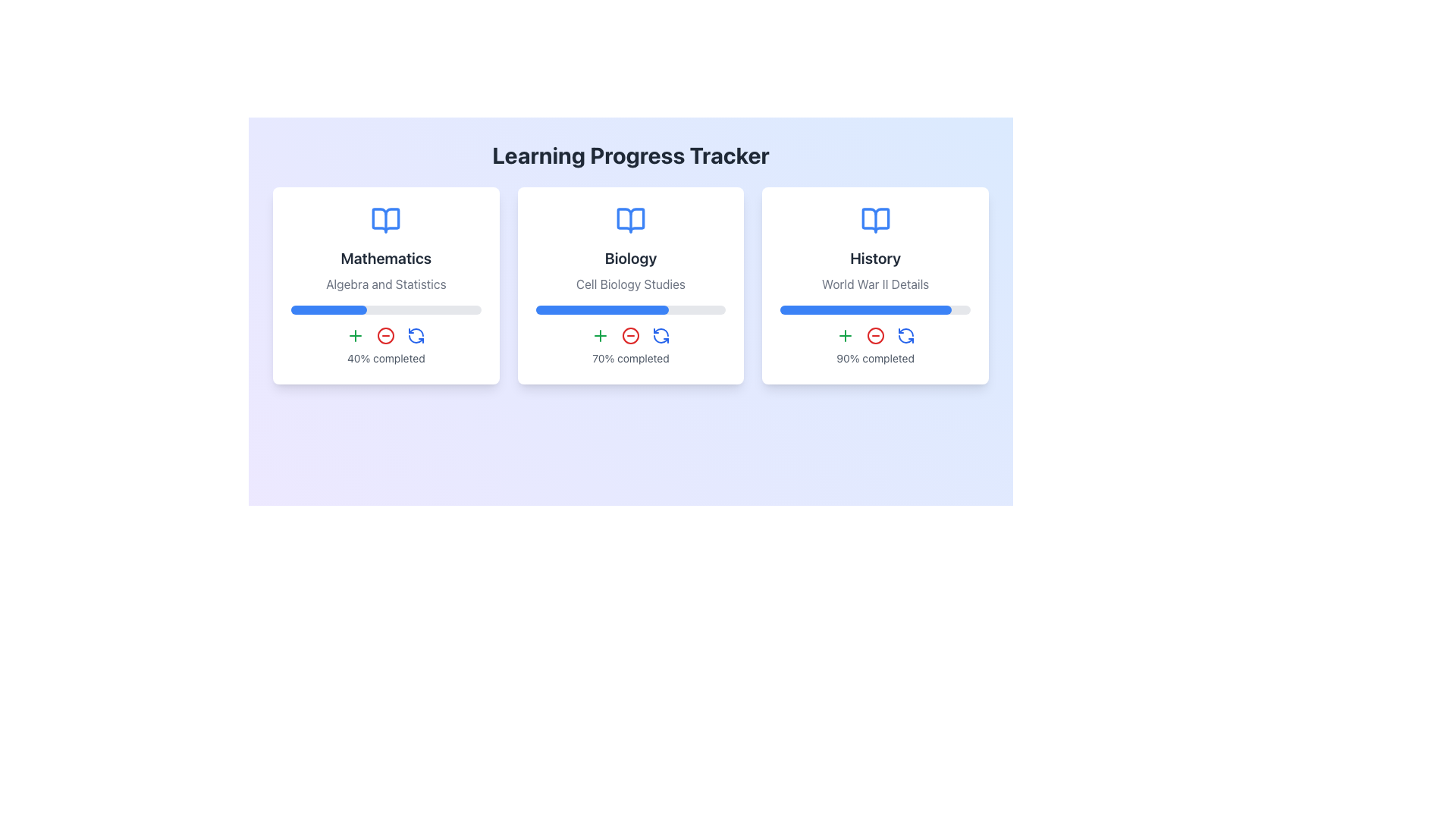 The image size is (1456, 819). Describe the element at coordinates (630, 309) in the screenshot. I see `the horizontal progress bar within the 'Biology' card, which visually indicates 70% completion of 'Cell Biology Studies'` at that location.